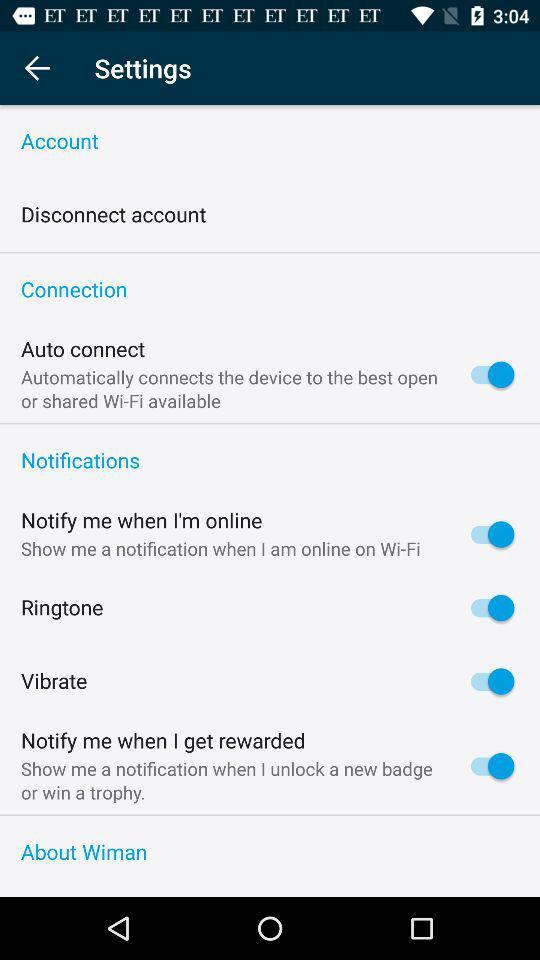 This screenshot has width=540, height=960. What do you see at coordinates (270, 289) in the screenshot?
I see `the icon above auto connect item` at bounding box center [270, 289].